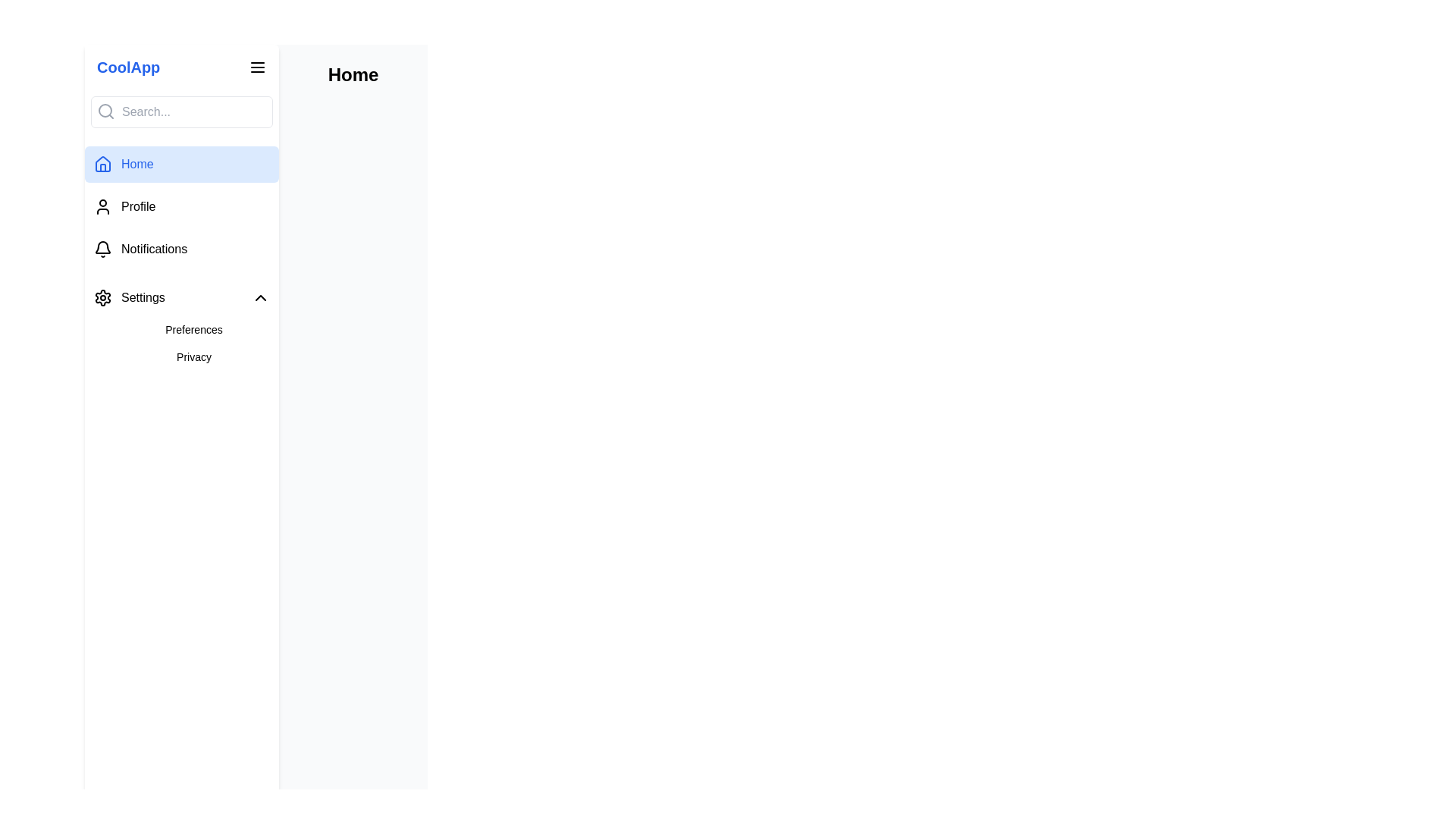 The image size is (1456, 819). Describe the element at coordinates (129, 298) in the screenshot. I see `the 'Settings' menu item, which consists of a gear-shaped icon and the text label 'Settings', located in the sidebar menu between 'Notifications' and 'Preferences'` at that location.